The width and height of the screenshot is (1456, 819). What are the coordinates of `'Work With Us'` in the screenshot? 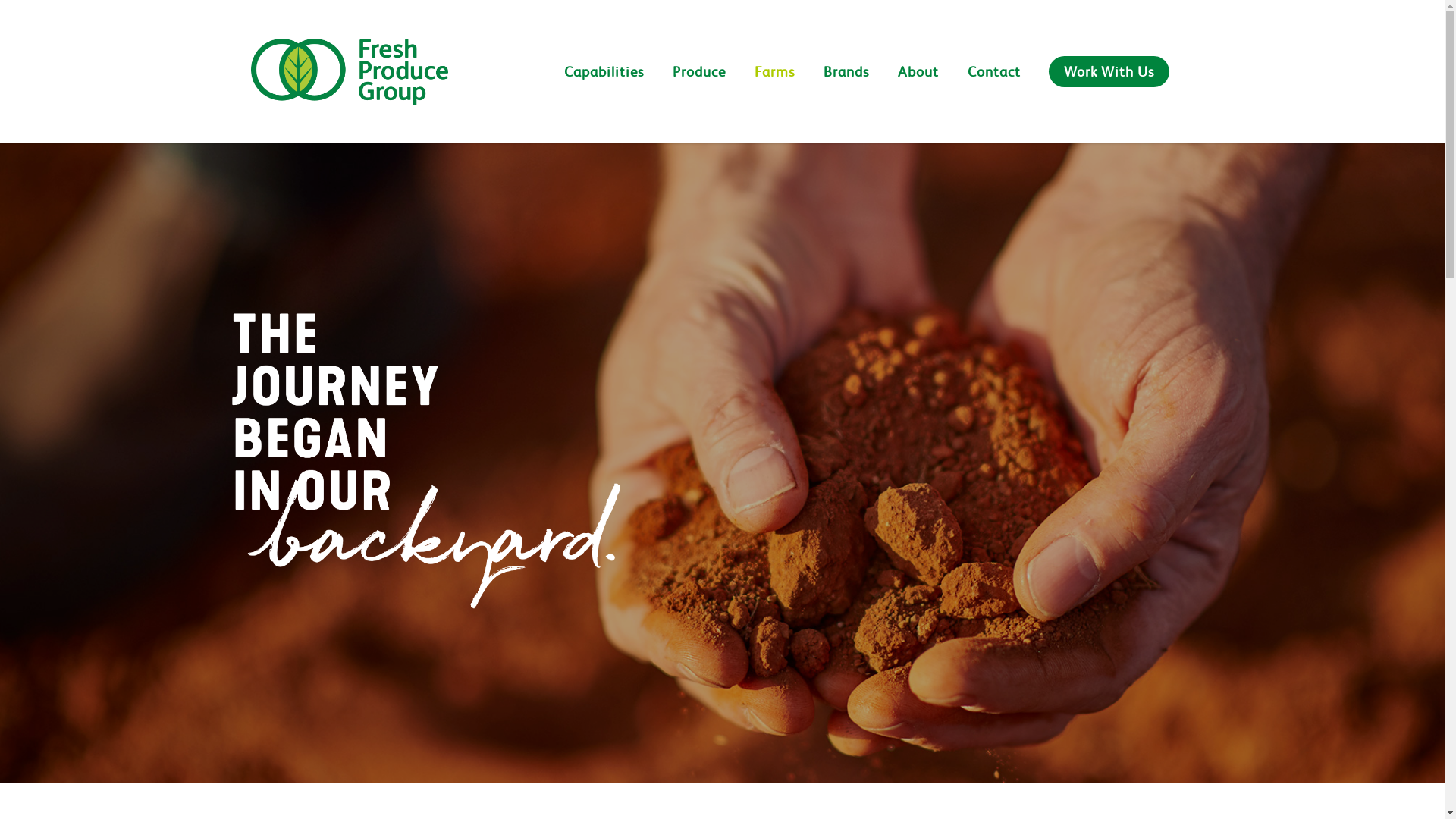 It's located at (1109, 90).